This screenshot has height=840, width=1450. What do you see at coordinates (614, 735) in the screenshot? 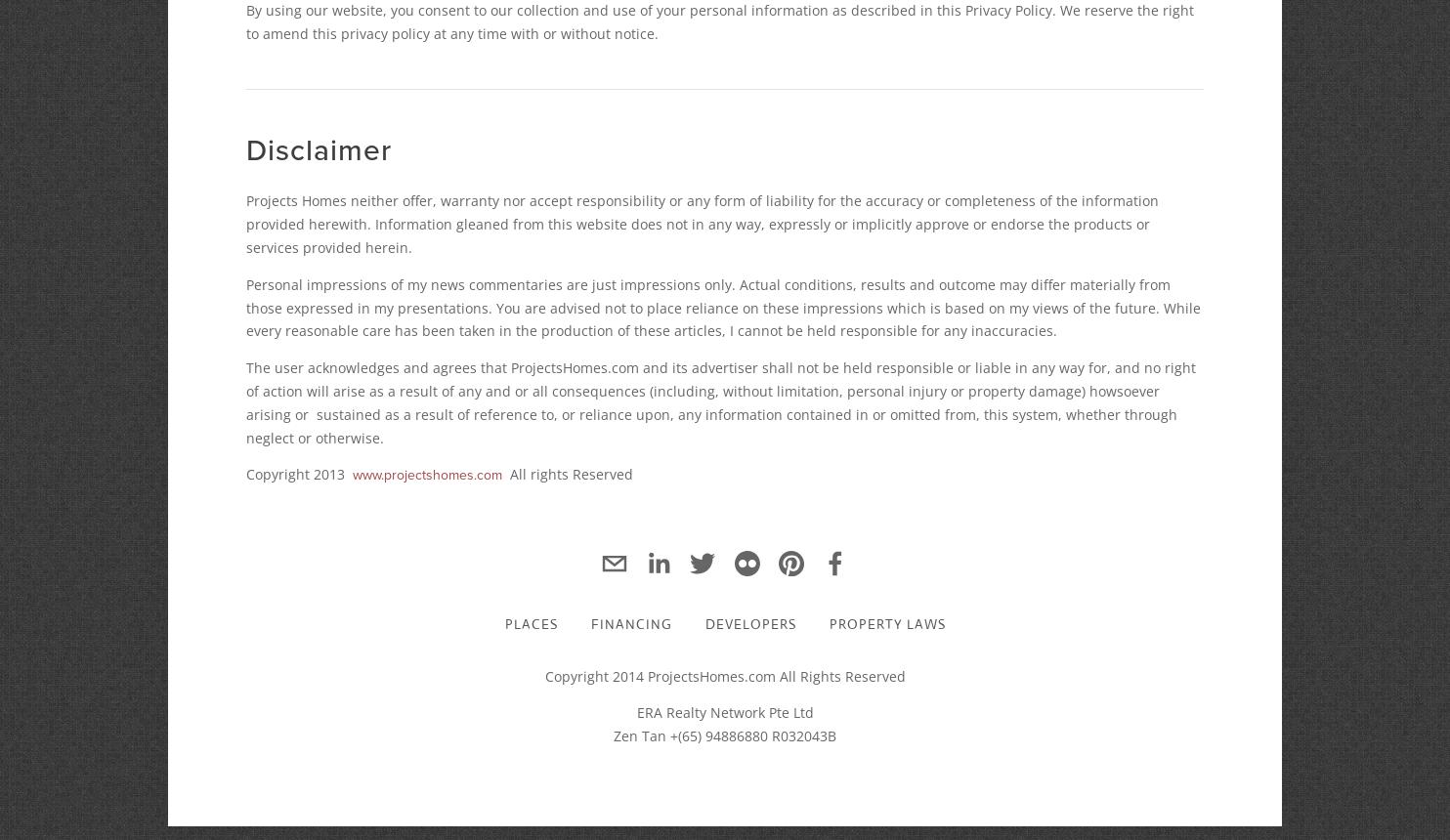
I see `'Zen Tan'` at bounding box center [614, 735].